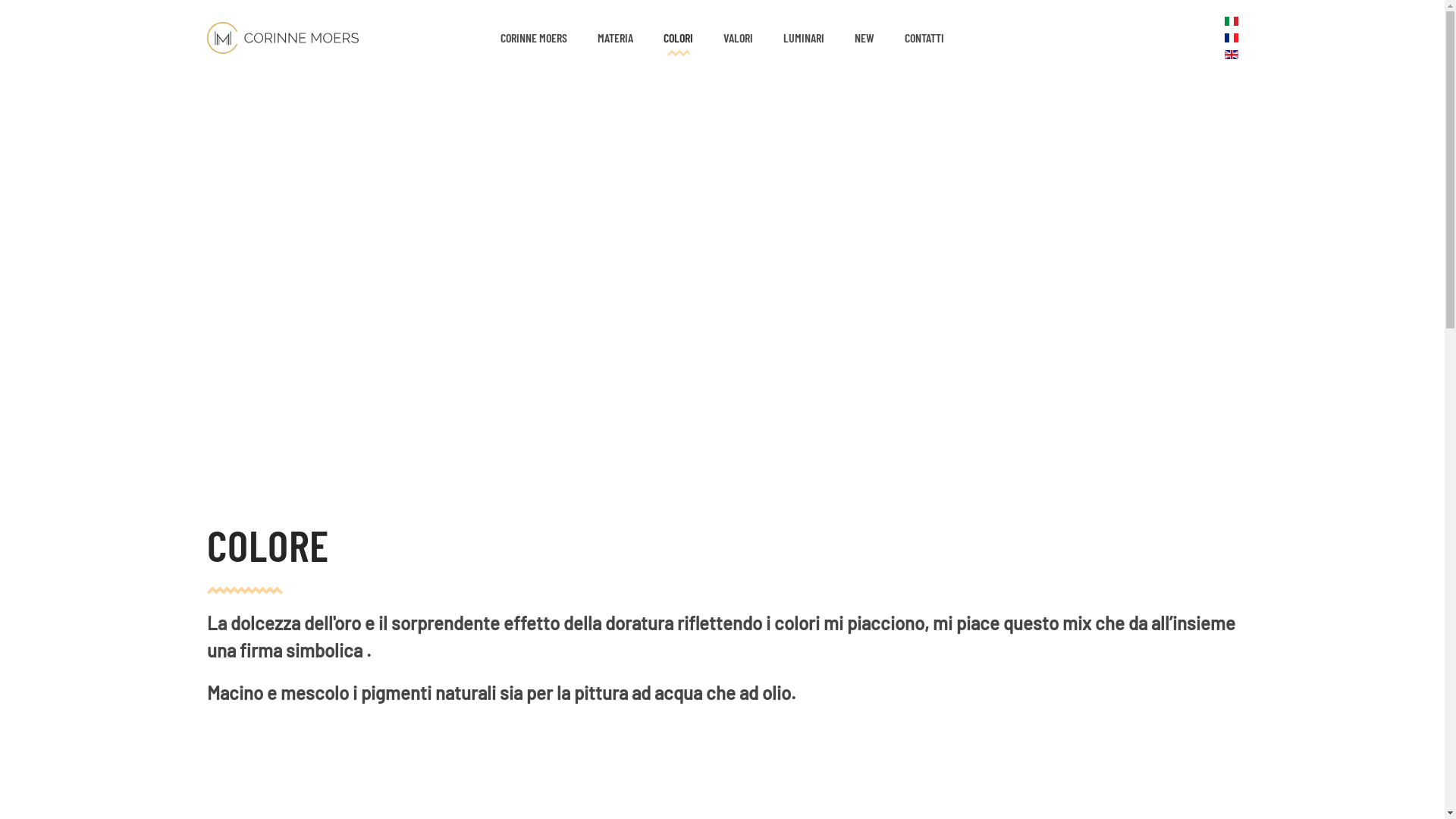 The height and width of the screenshot is (819, 1456). What do you see at coordinates (677, 37) in the screenshot?
I see `'COLORI'` at bounding box center [677, 37].